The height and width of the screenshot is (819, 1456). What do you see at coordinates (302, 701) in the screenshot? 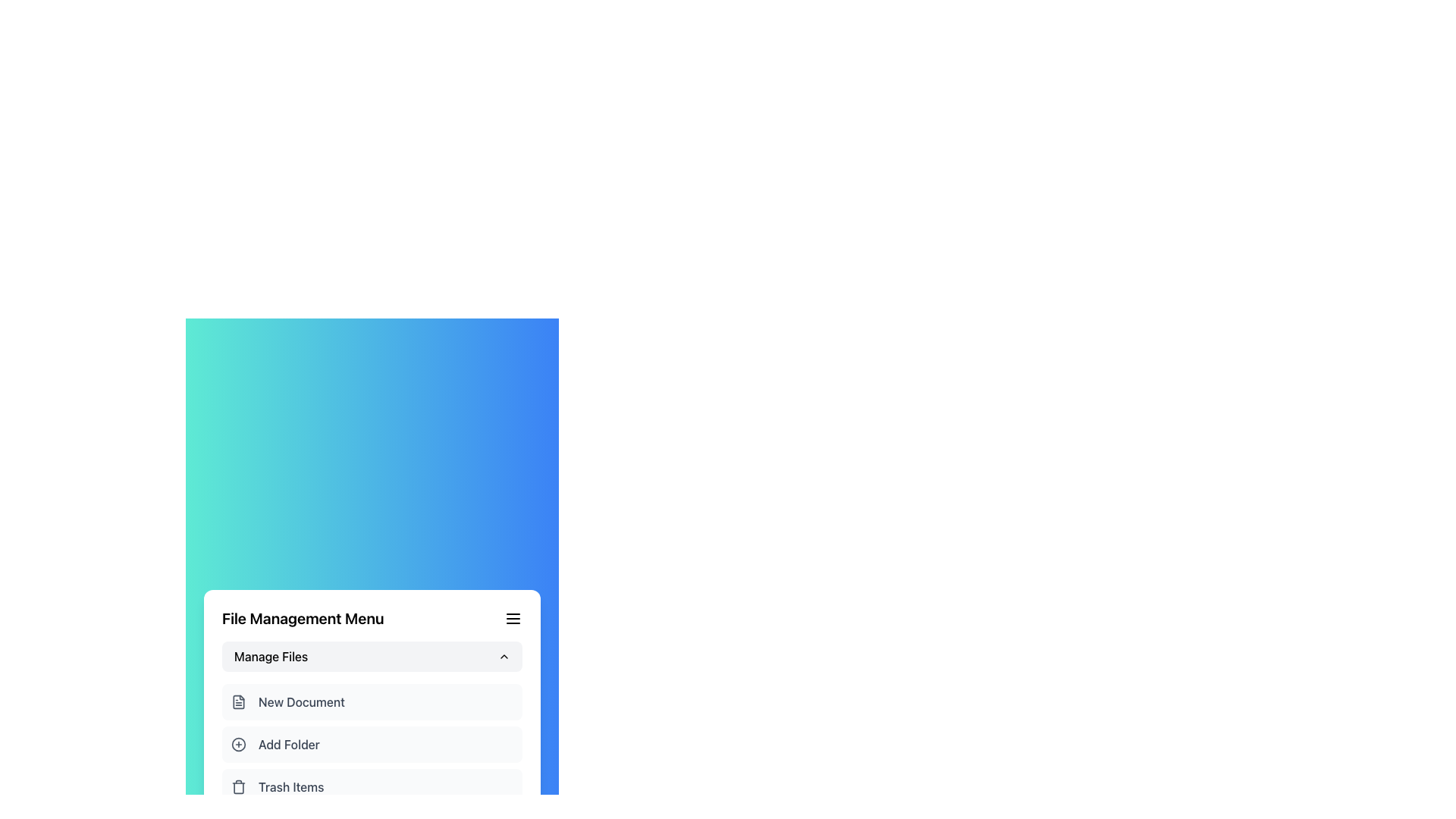
I see `the 'New Document' text label` at bounding box center [302, 701].